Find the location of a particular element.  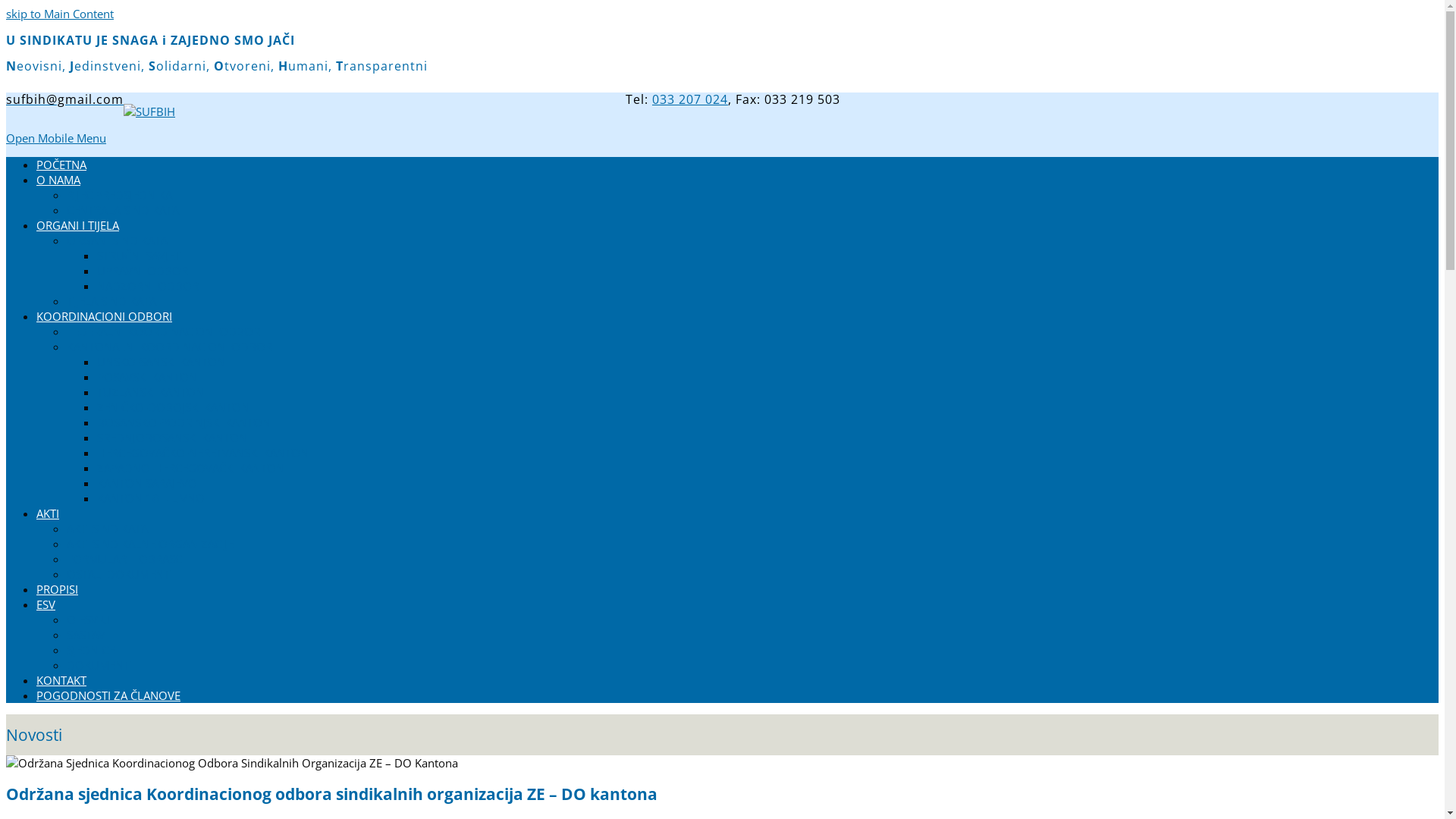

'AKTI SINDIKATA' is located at coordinates (106, 528).